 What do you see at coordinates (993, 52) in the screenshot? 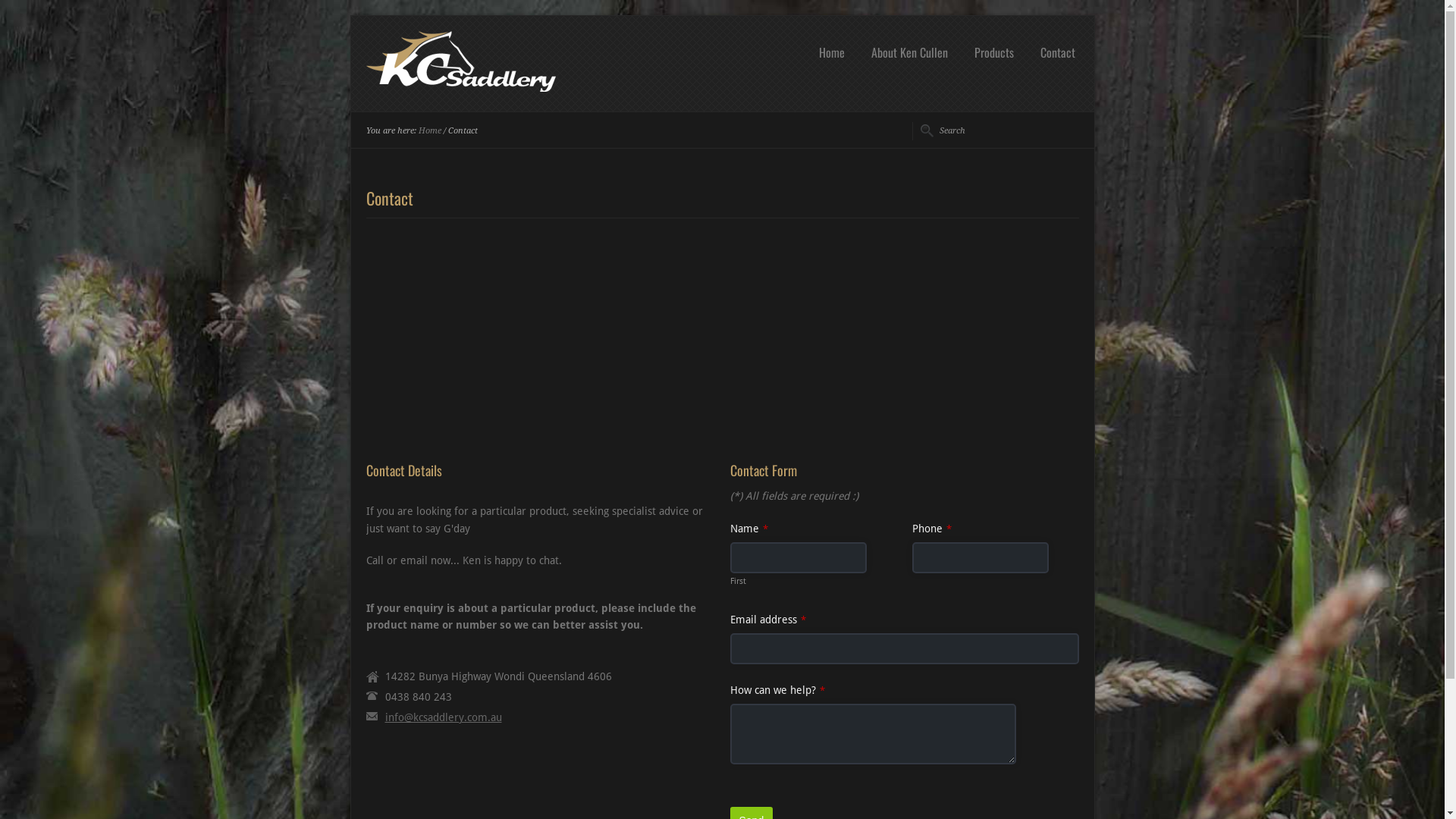
I see `'Products'` at bounding box center [993, 52].